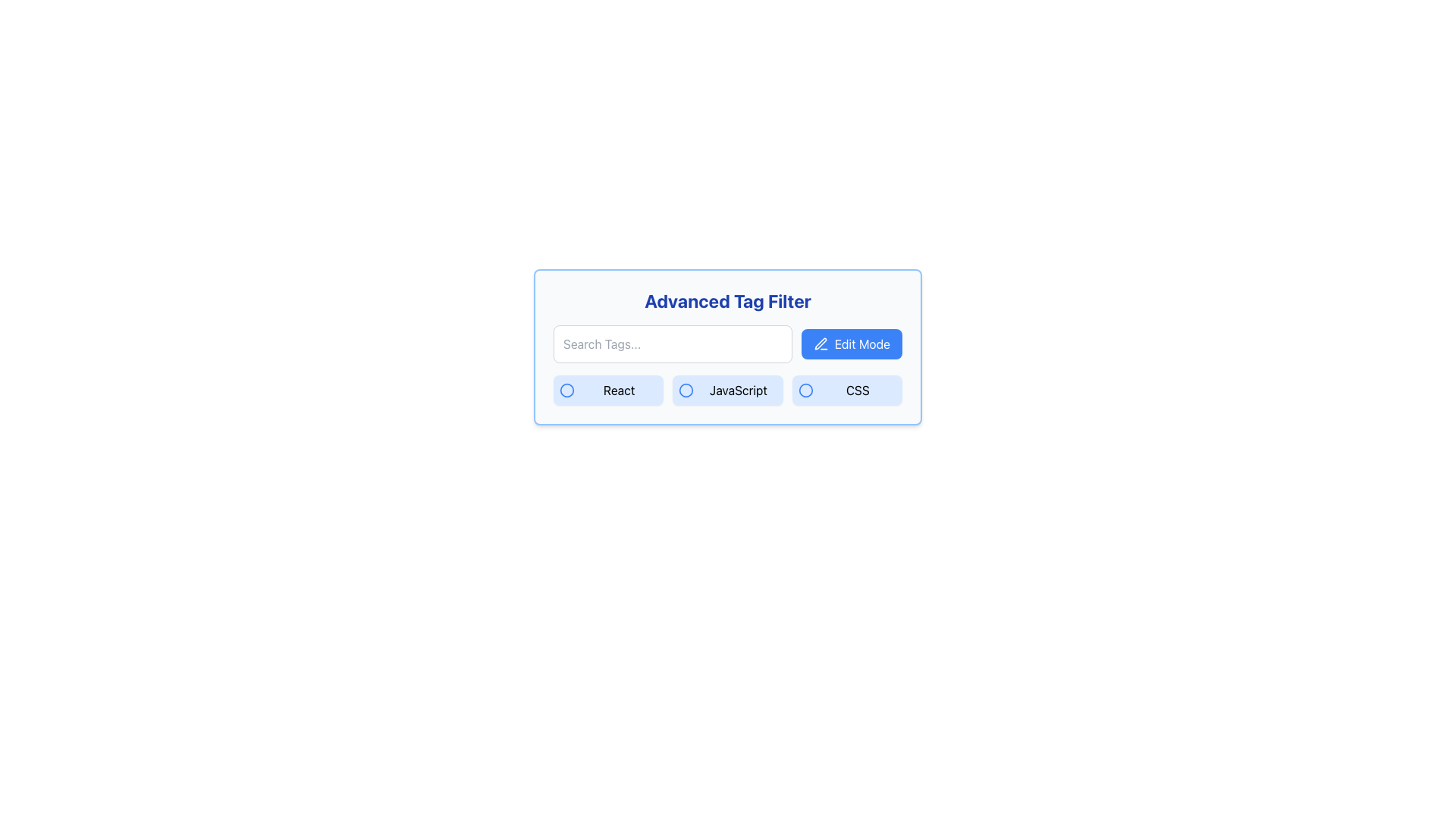  Describe the element at coordinates (805, 390) in the screenshot. I see `the circular icon located to the left of the text 'CSS'` at that location.